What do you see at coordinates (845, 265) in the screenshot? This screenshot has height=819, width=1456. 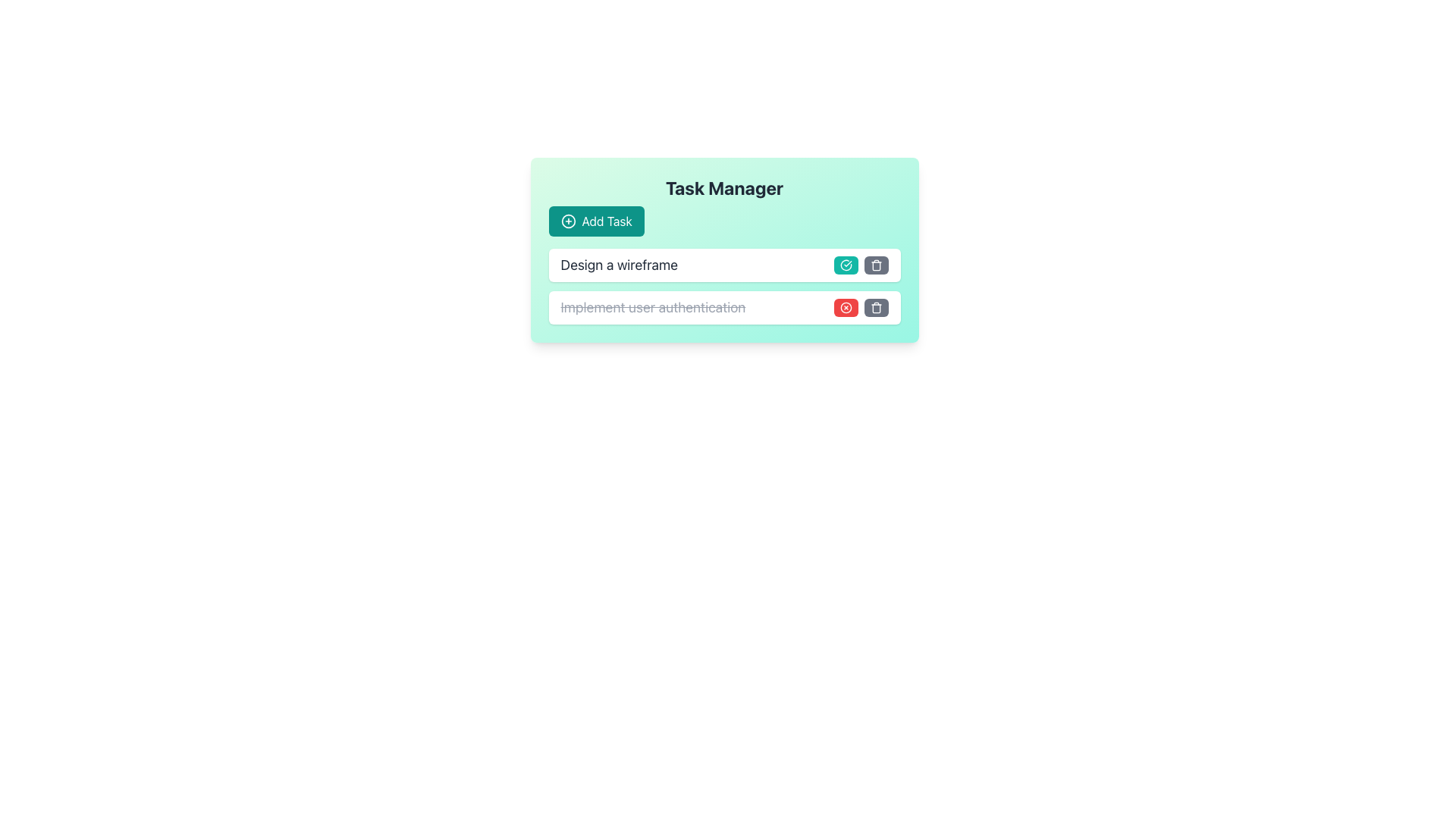 I see `the teal circular button with a checkmark icon, which is the first button in a horizontal group located next to the 'Design a wireframe' text input` at bounding box center [845, 265].